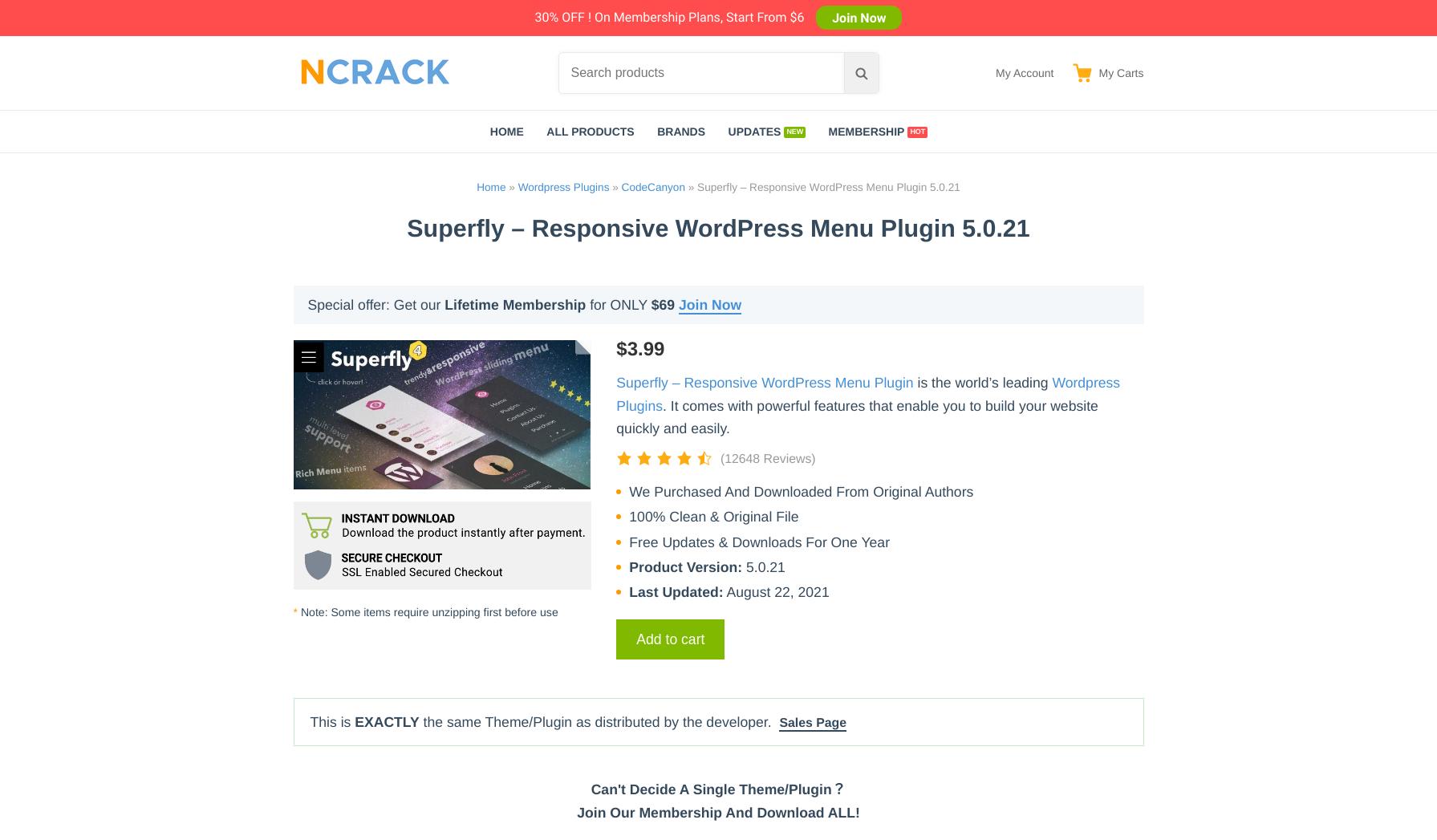 This screenshot has width=1437, height=840. Describe the element at coordinates (826, 131) in the screenshot. I see `'Membership'` at that location.